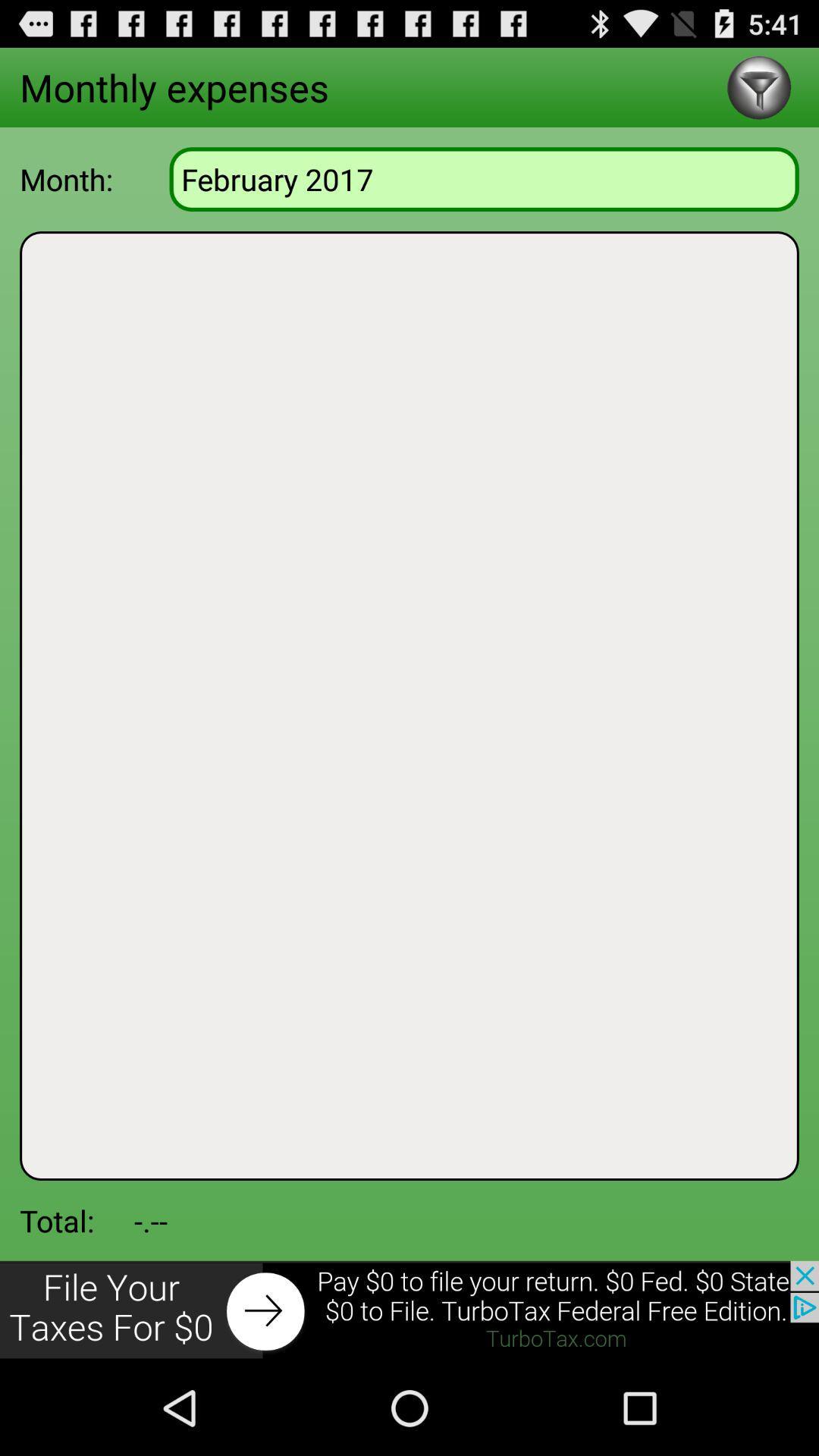  I want to click on search, so click(759, 86).